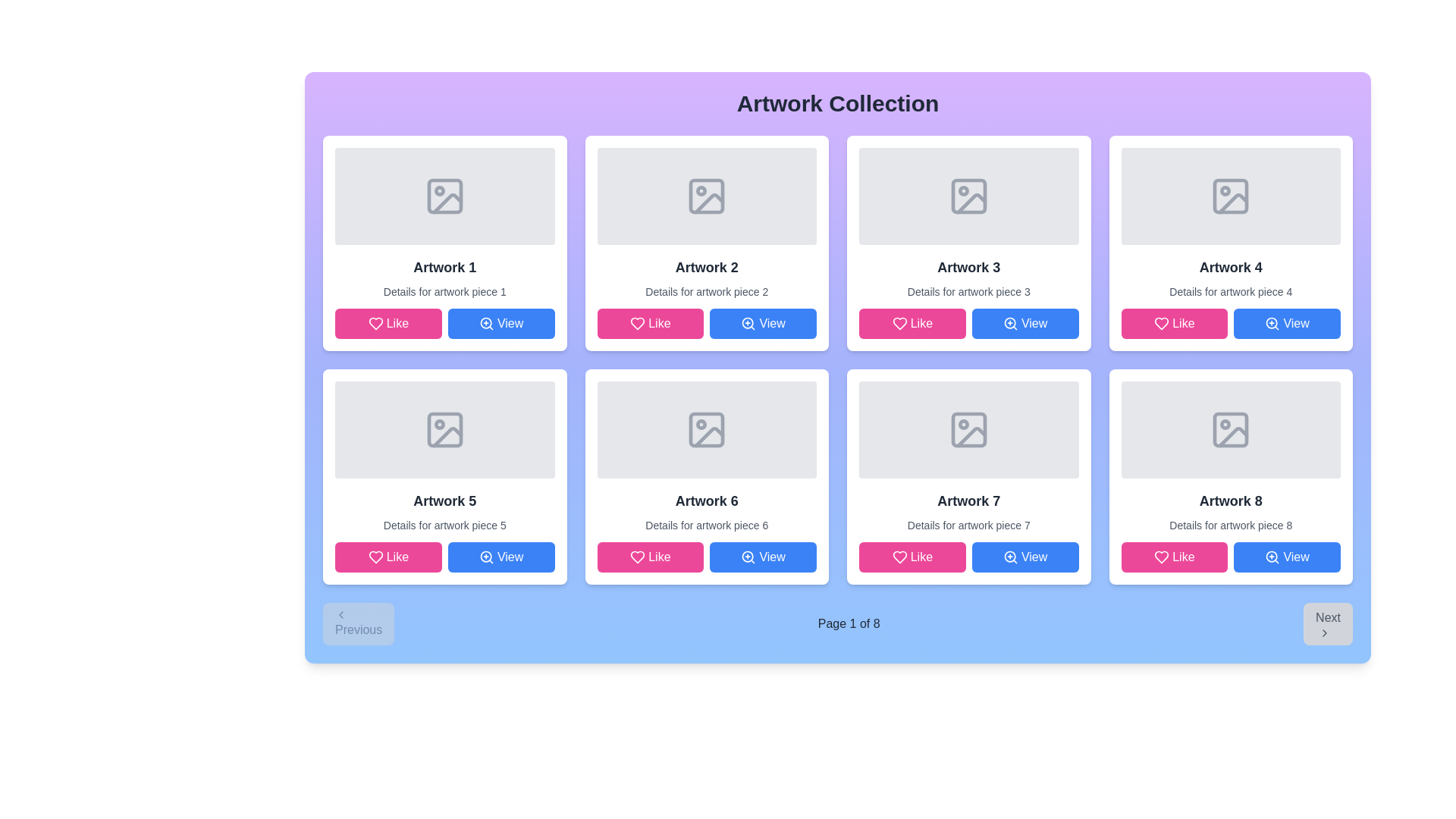  I want to click on the stylized placeholder image icon located in the top-left corner of the grid layout inside the 'Artwork 1' card, so click(444, 195).